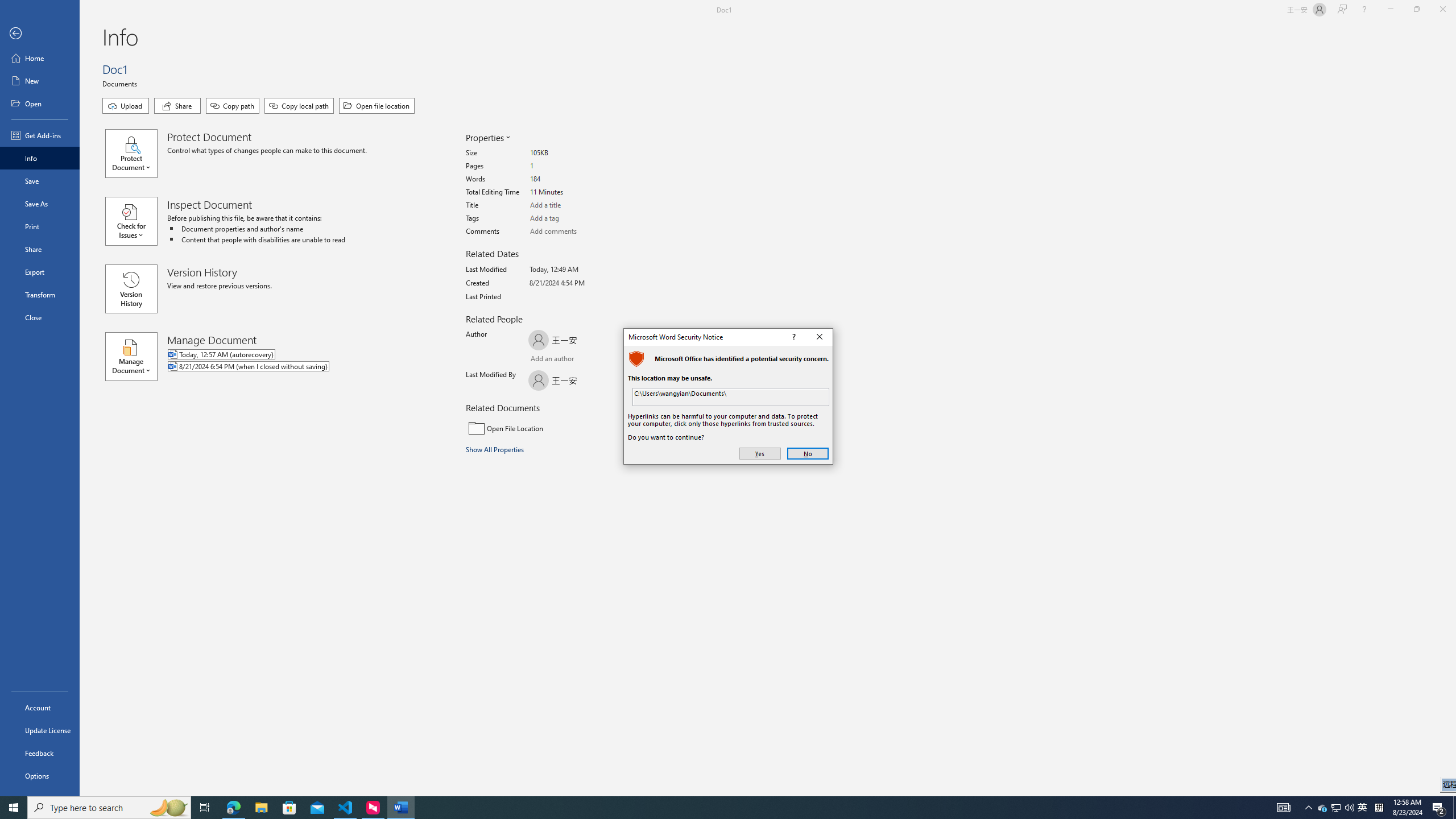  Describe the element at coordinates (572, 192) in the screenshot. I see `'Total Editing Time'` at that location.